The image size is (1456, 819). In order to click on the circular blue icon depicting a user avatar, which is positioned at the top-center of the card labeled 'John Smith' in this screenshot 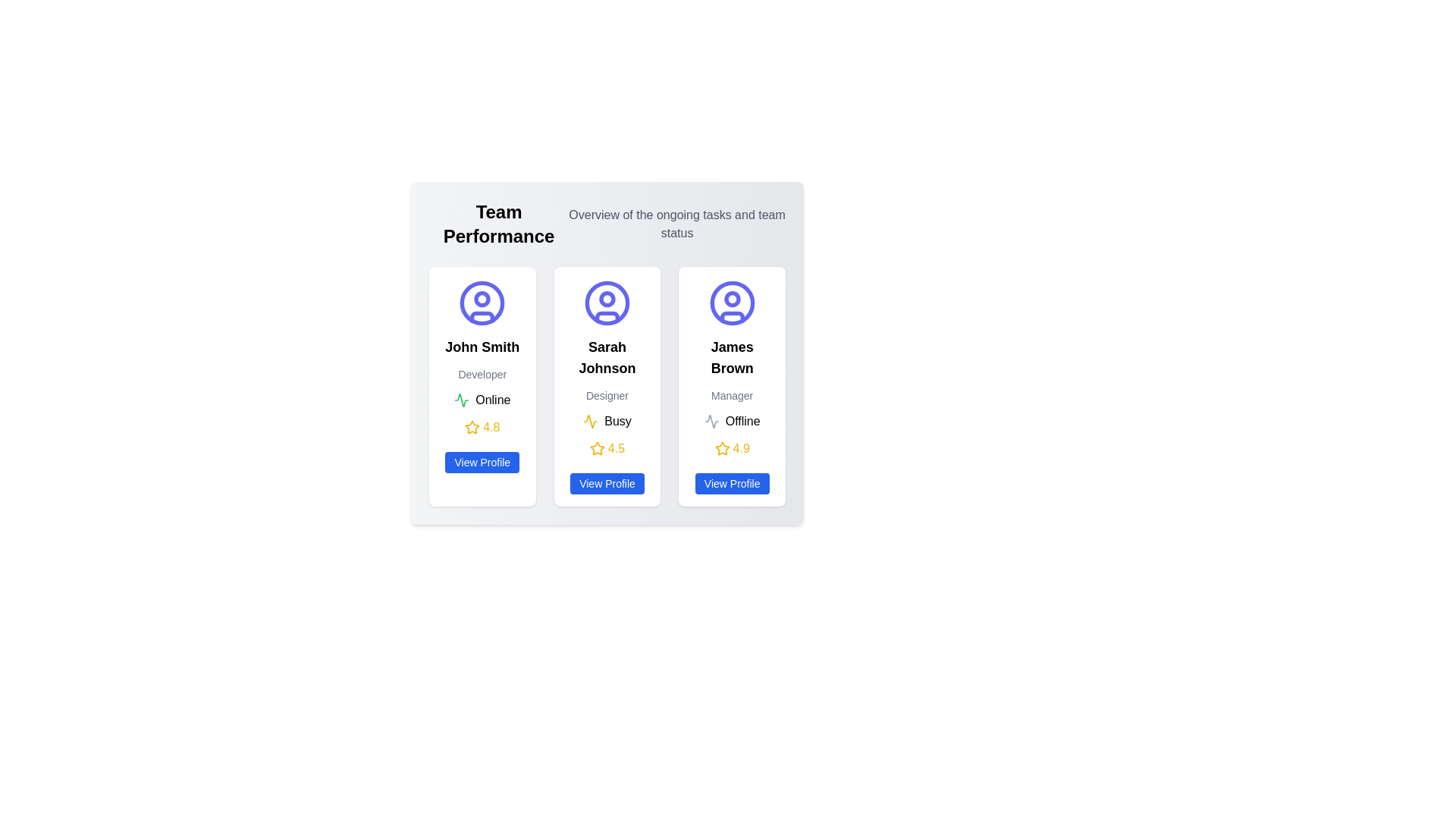, I will do `click(482, 303)`.